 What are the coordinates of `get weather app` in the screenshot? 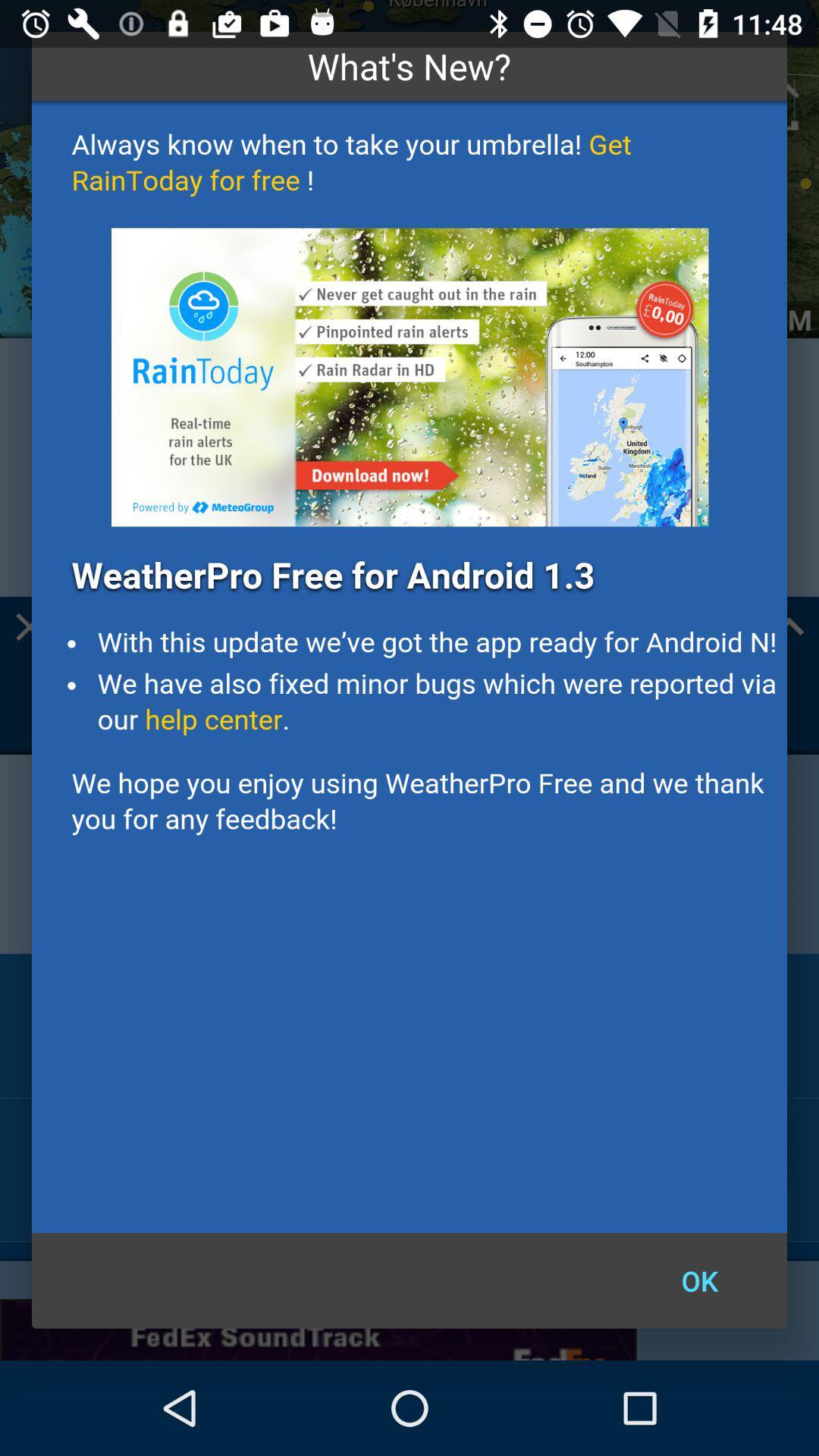 It's located at (409, 667).